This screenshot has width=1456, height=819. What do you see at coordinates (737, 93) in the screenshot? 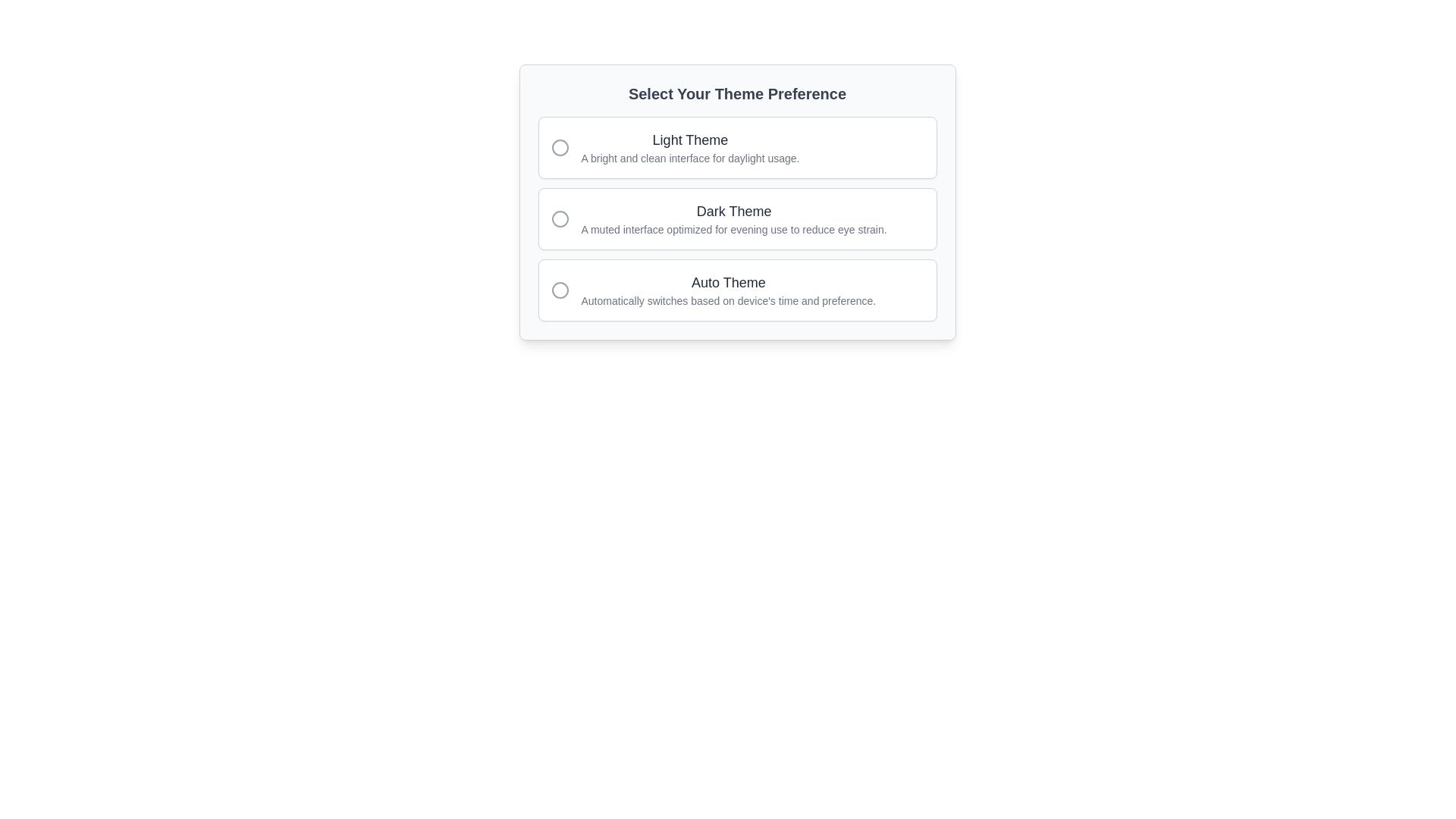
I see `title text element that provides context for selecting a theme preference, positioned above the group of radio buttons` at bounding box center [737, 93].